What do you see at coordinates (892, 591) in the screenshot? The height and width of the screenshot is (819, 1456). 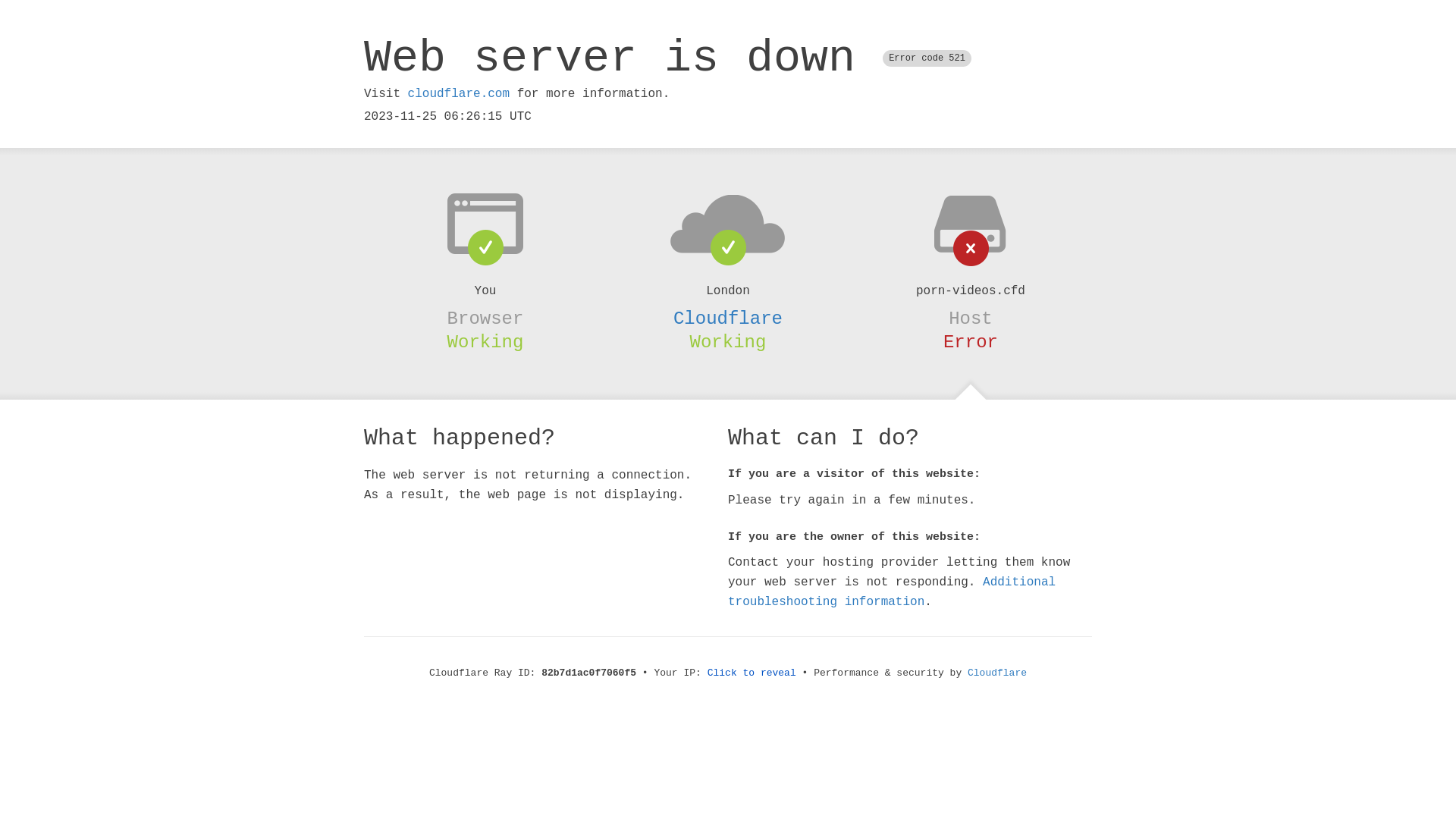 I see `'Additional troubleshooting information'` at bounding box center [892, 591].